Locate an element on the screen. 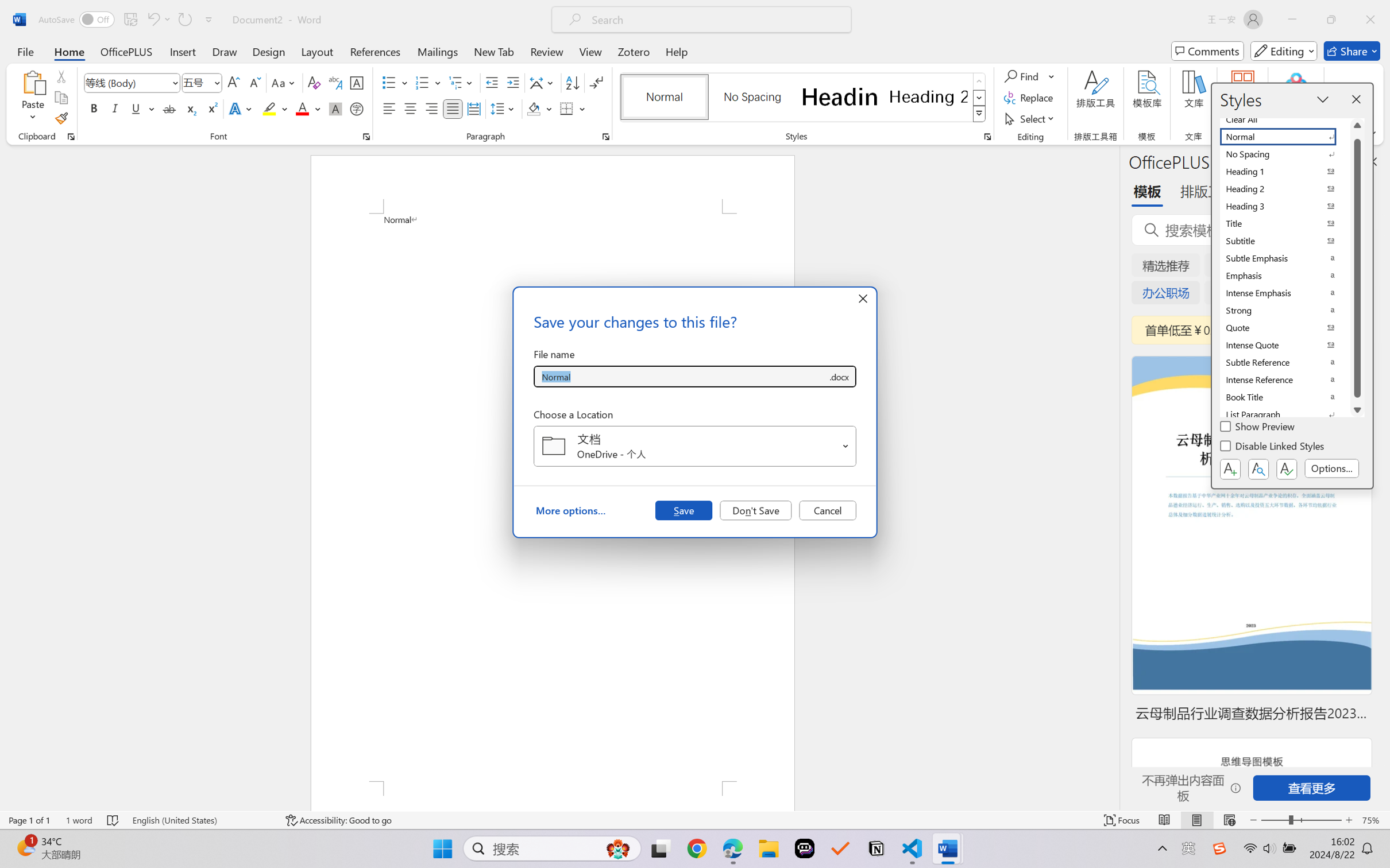  'Format Painter' is located at coordinates (60, 119).